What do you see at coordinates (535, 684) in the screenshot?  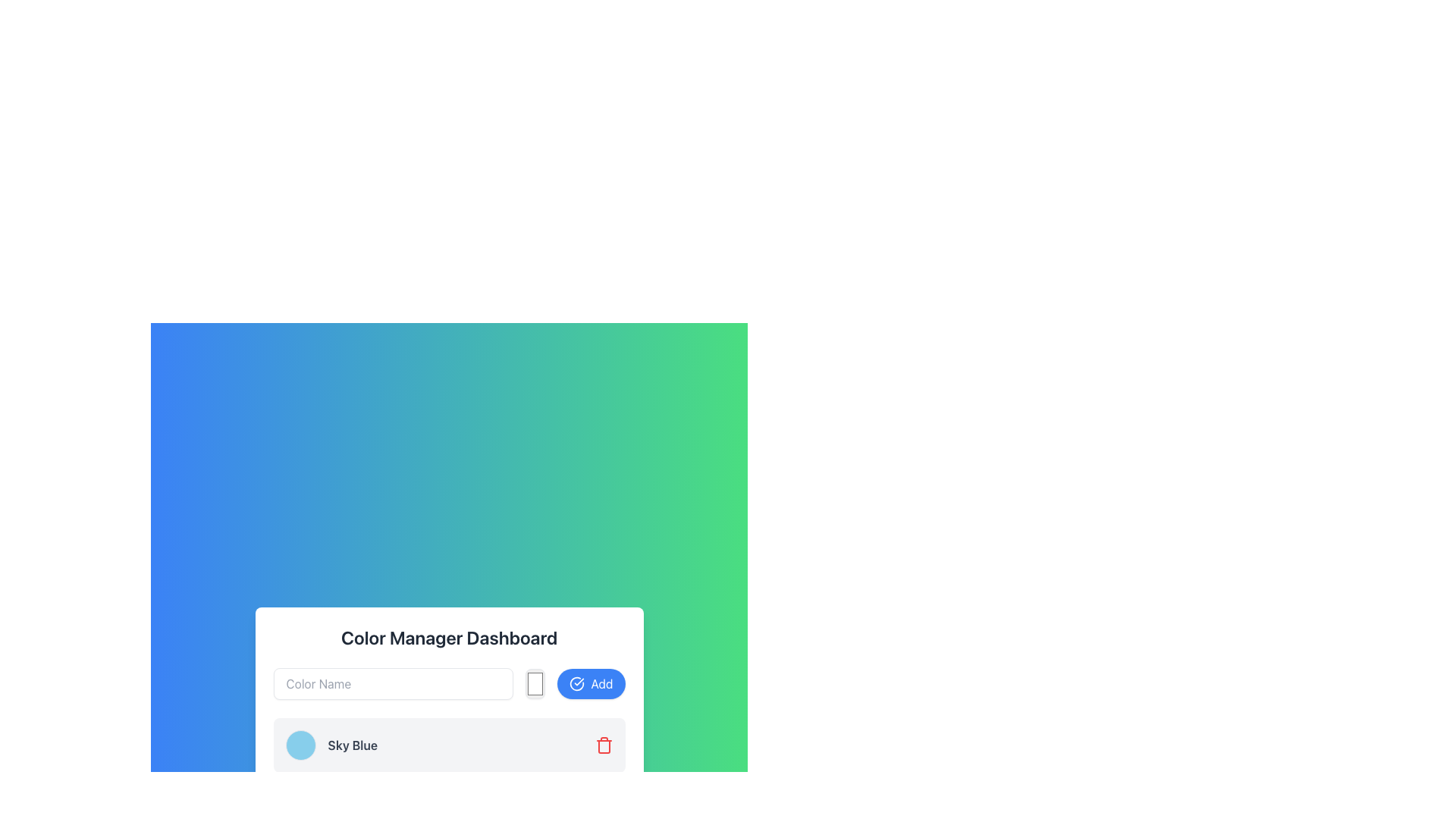 I see `the Color Picker button located between the 'Color Name' text input and the 'Add' button near the lower-middle section of the interface` at bounding box center [535, 684].